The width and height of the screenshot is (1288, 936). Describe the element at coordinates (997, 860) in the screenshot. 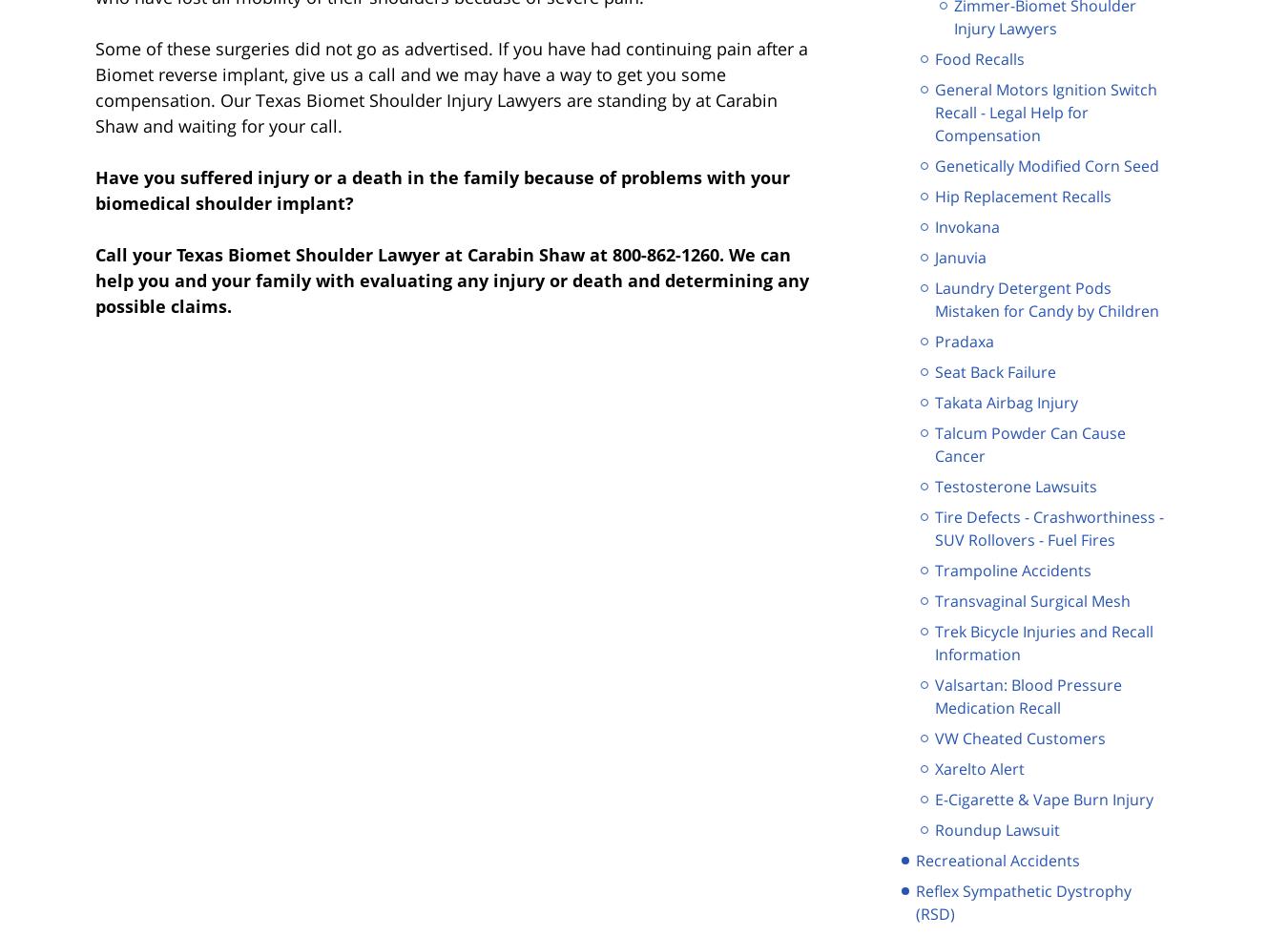

I see `'Recreational Accidents'` at that location.